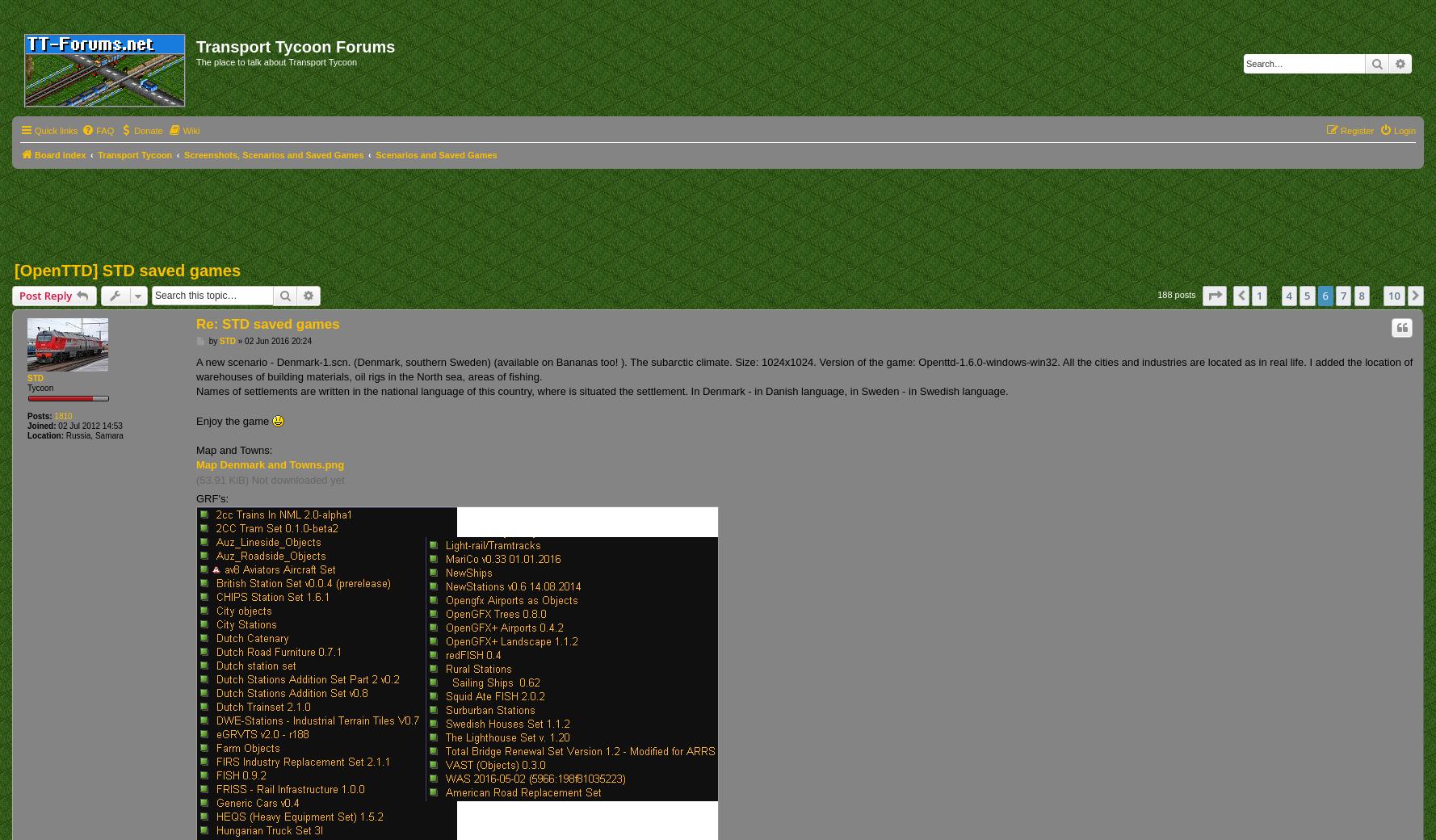 Image resolution: width=1436 pixels, height=840 pixels. Describe the element at coordinates (148, 131) in the screenshot. I see `'Donate'` at that location.